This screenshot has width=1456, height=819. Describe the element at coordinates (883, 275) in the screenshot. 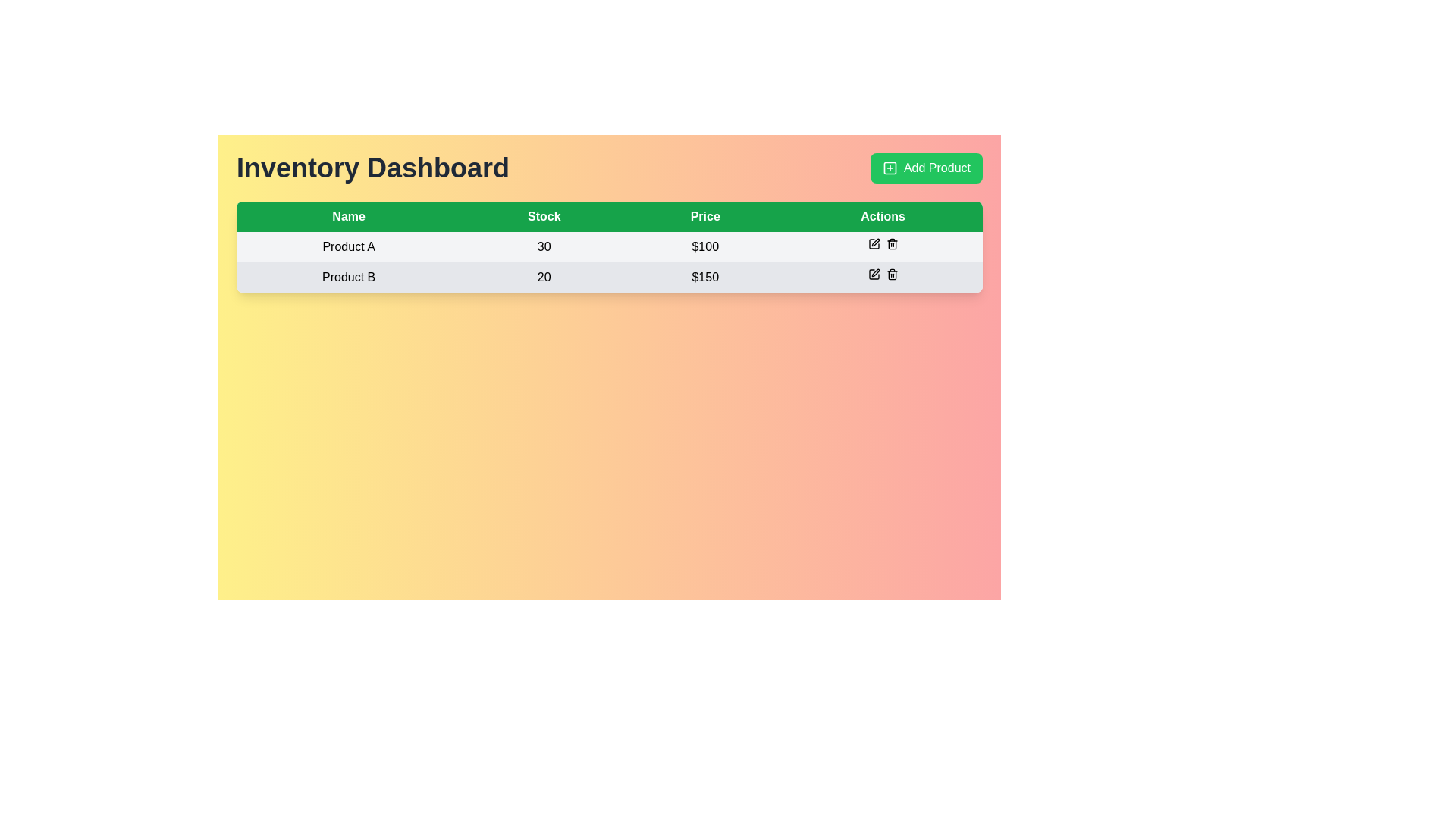

I see `the Action button group located in the 'Actions' column of the second row of the 'Inventory Dashboard' table for 'Product B'` at that location.